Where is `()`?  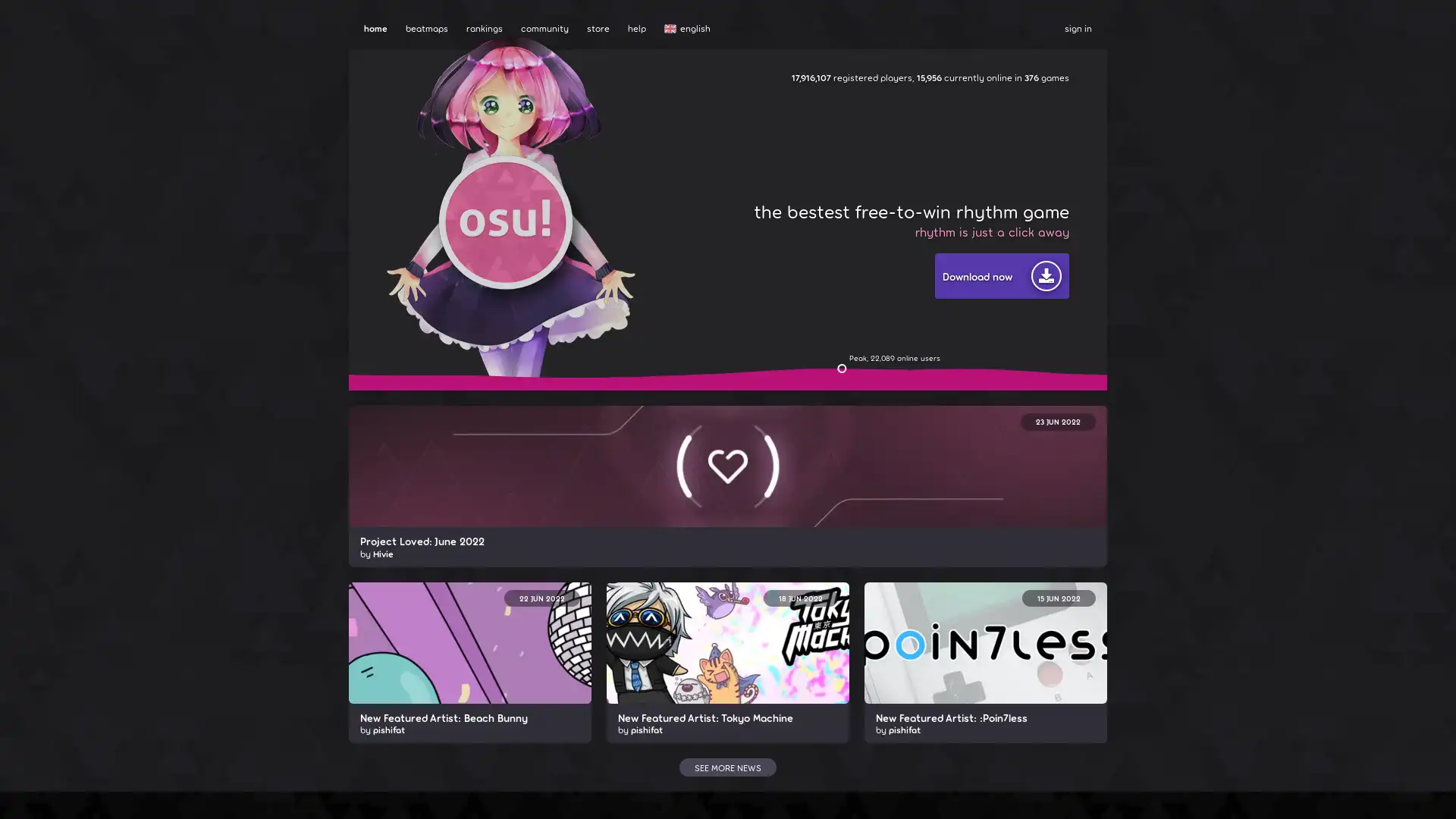 () is located at coordinates (709, 623).